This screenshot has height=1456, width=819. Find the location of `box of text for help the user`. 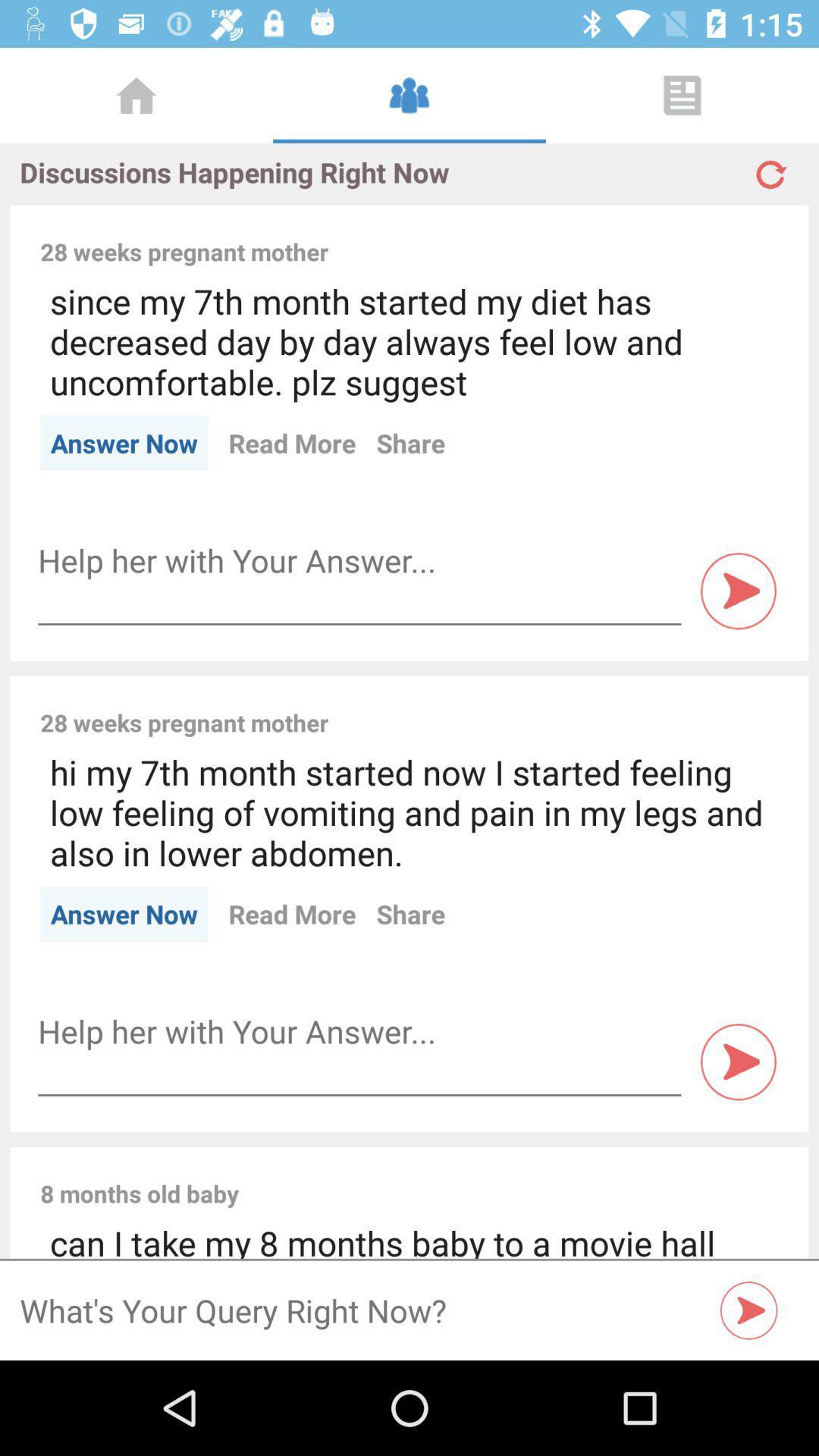

box of text for help the user is located at coordinates (359, 560).